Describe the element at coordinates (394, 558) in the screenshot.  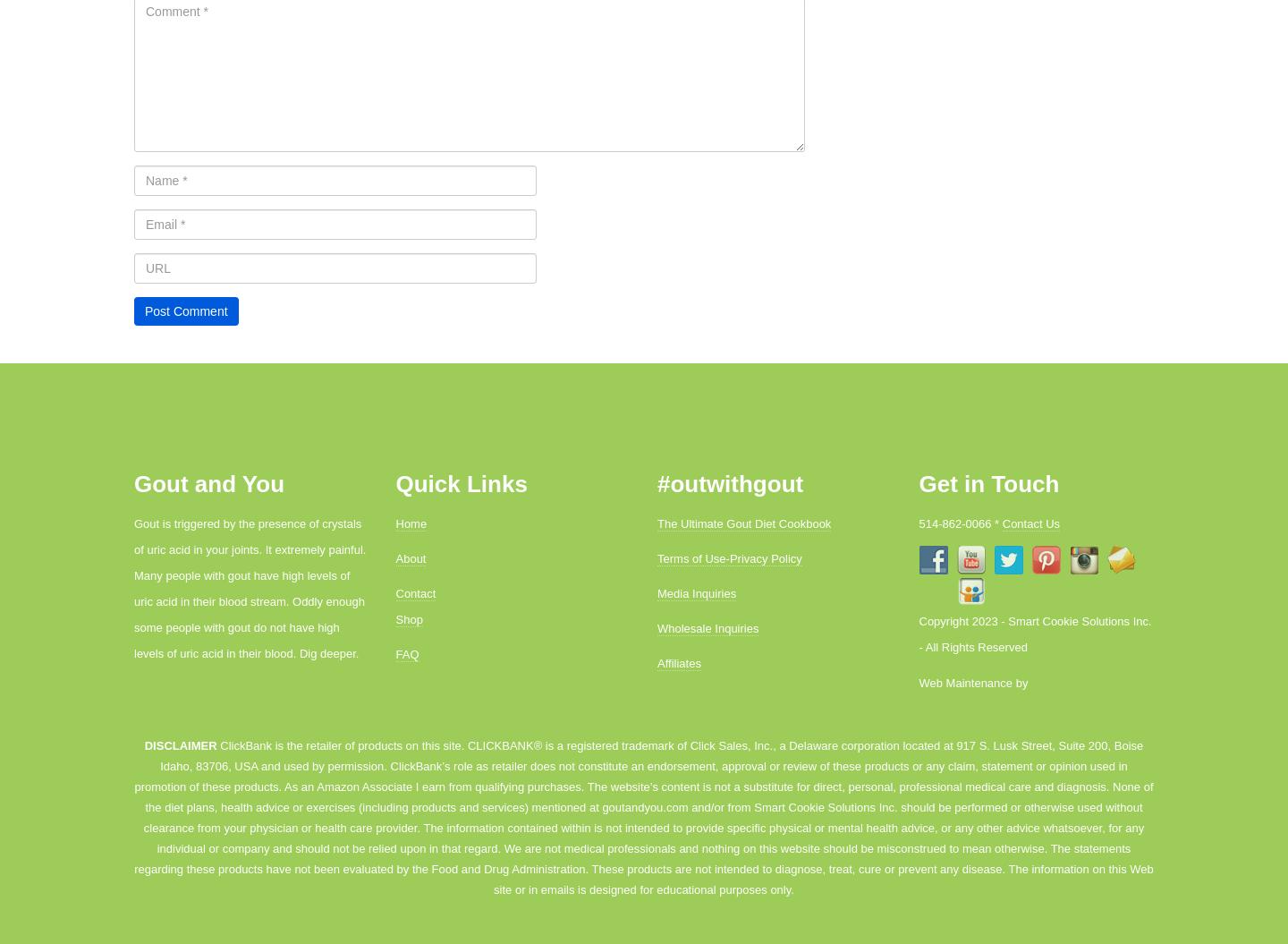
I see `'About'` at that location.